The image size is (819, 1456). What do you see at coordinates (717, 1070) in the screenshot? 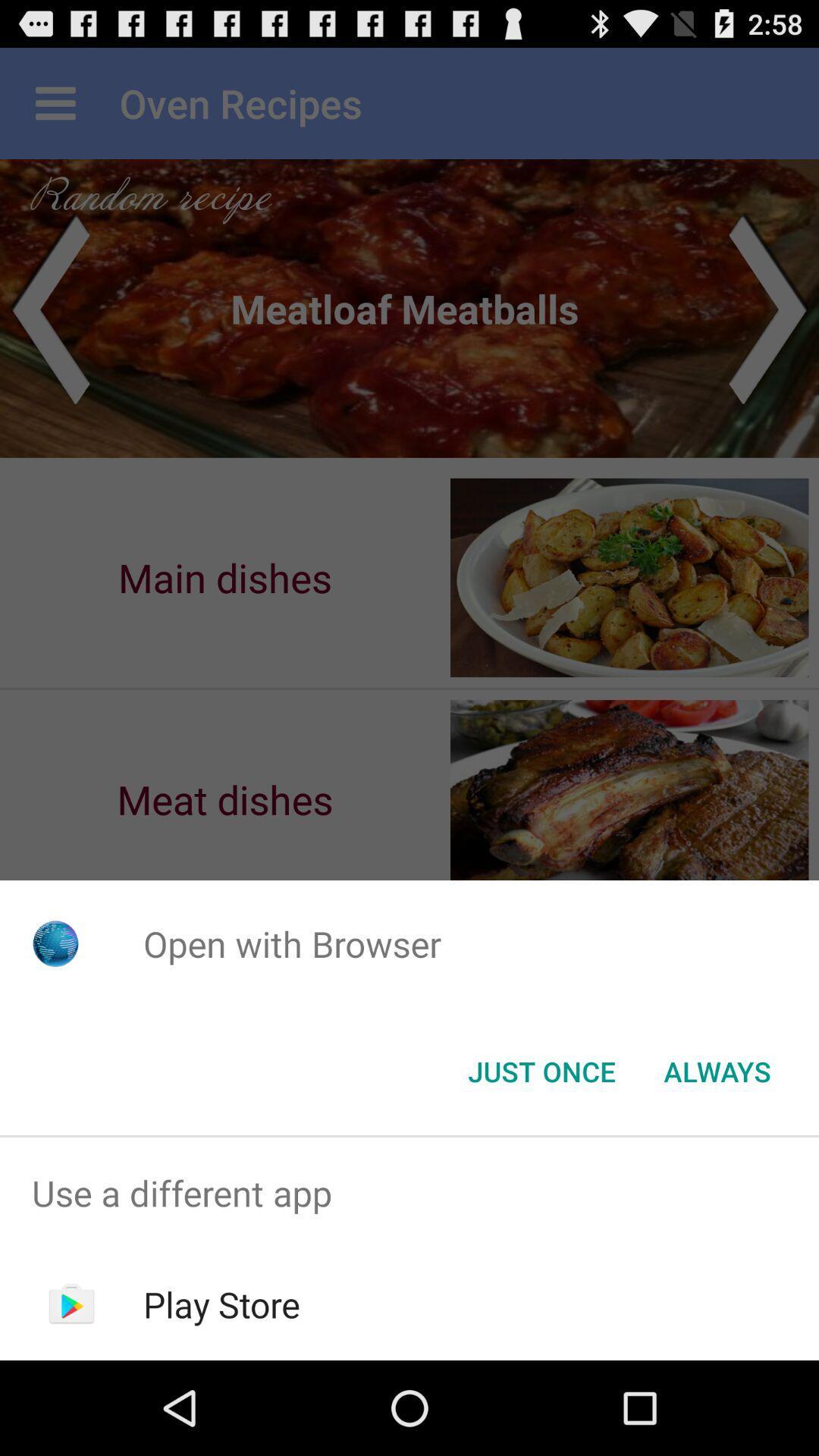
I see `always` at bounding box center [717, 1070].